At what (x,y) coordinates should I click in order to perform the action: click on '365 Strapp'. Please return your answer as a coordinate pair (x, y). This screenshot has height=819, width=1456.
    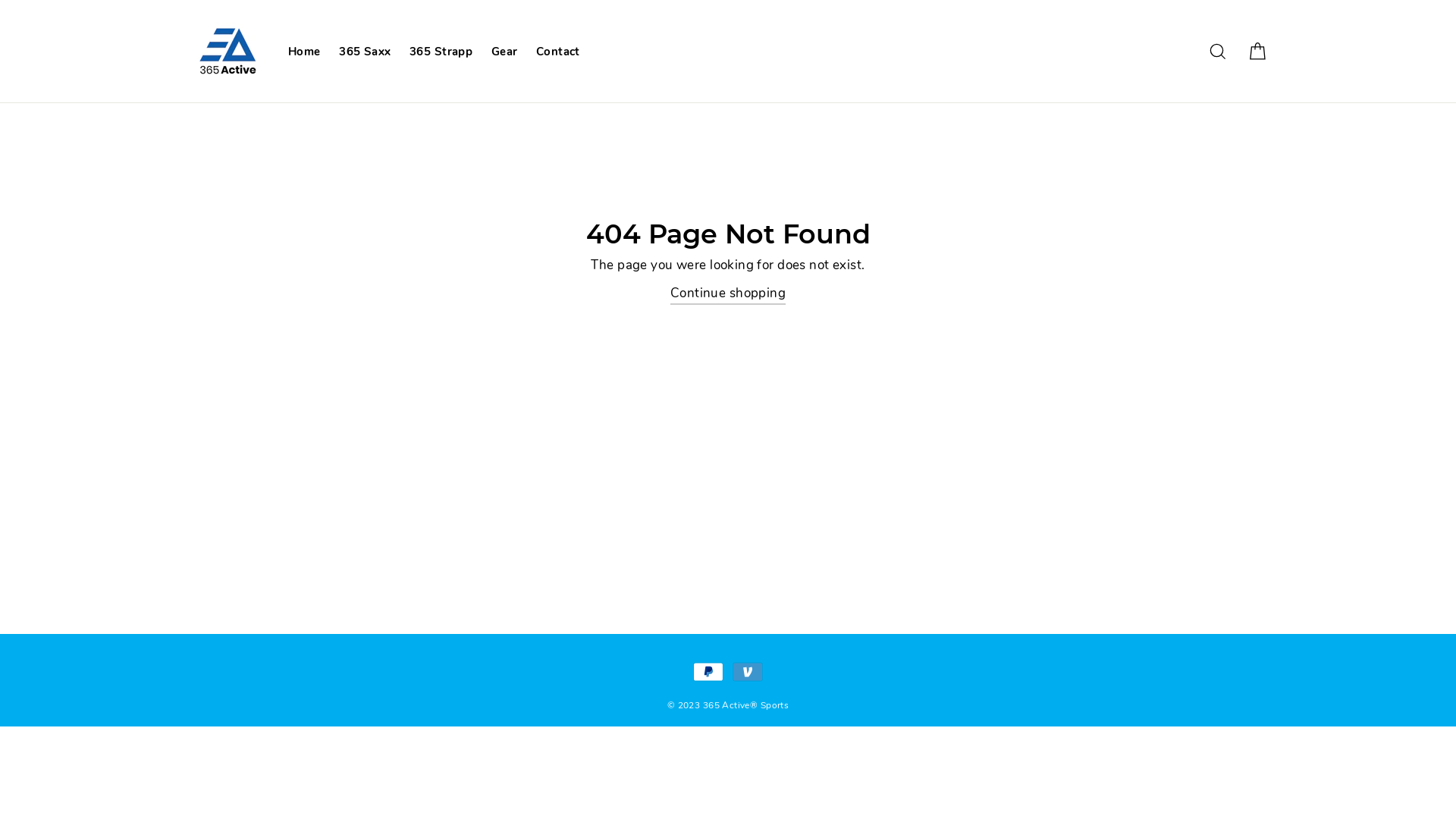
    Looking at the image, I should click on (440, 50).